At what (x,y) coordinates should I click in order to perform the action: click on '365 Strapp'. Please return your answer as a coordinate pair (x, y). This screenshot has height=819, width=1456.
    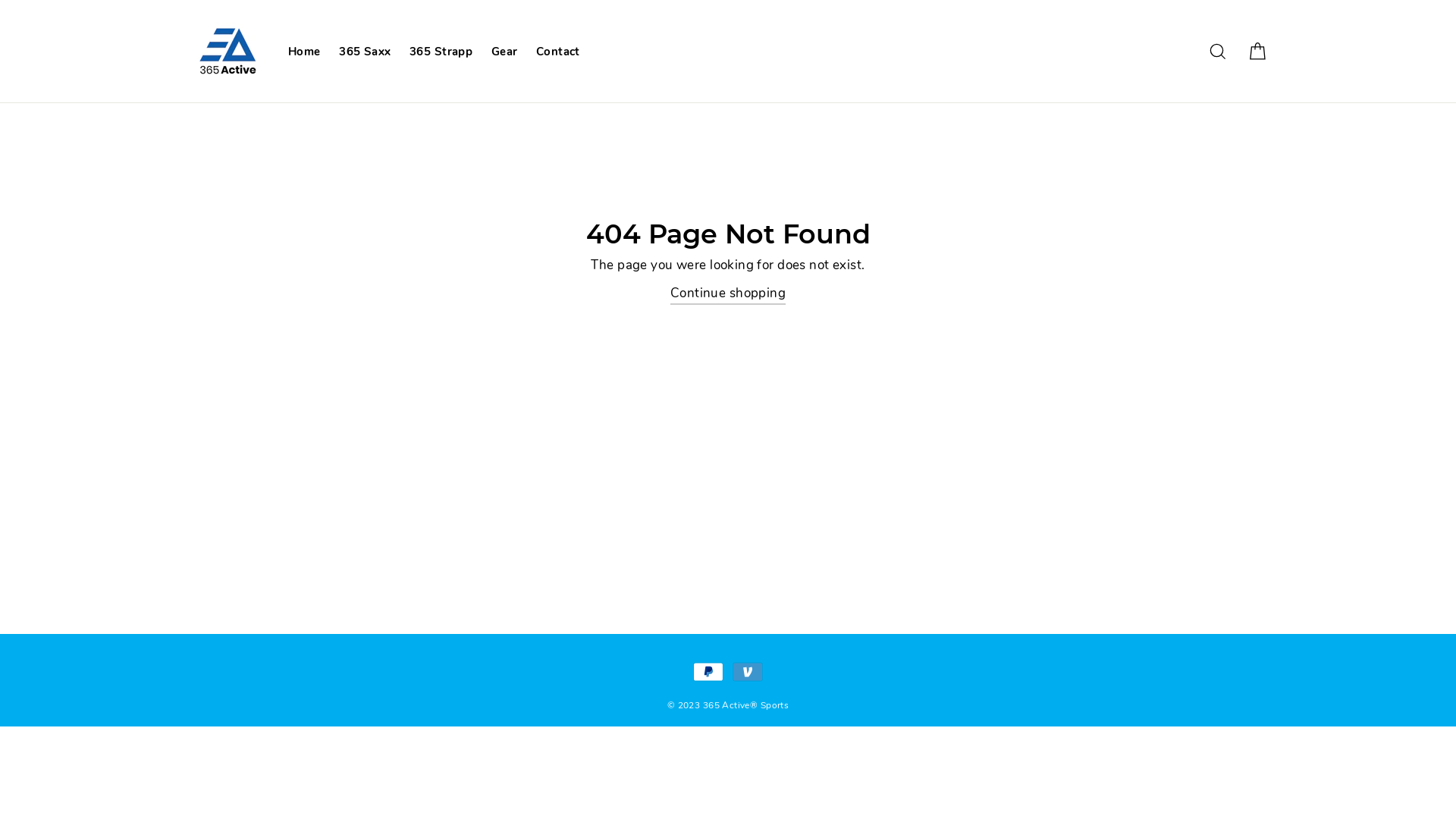
    Looking at the image, I should click on (440, 50).